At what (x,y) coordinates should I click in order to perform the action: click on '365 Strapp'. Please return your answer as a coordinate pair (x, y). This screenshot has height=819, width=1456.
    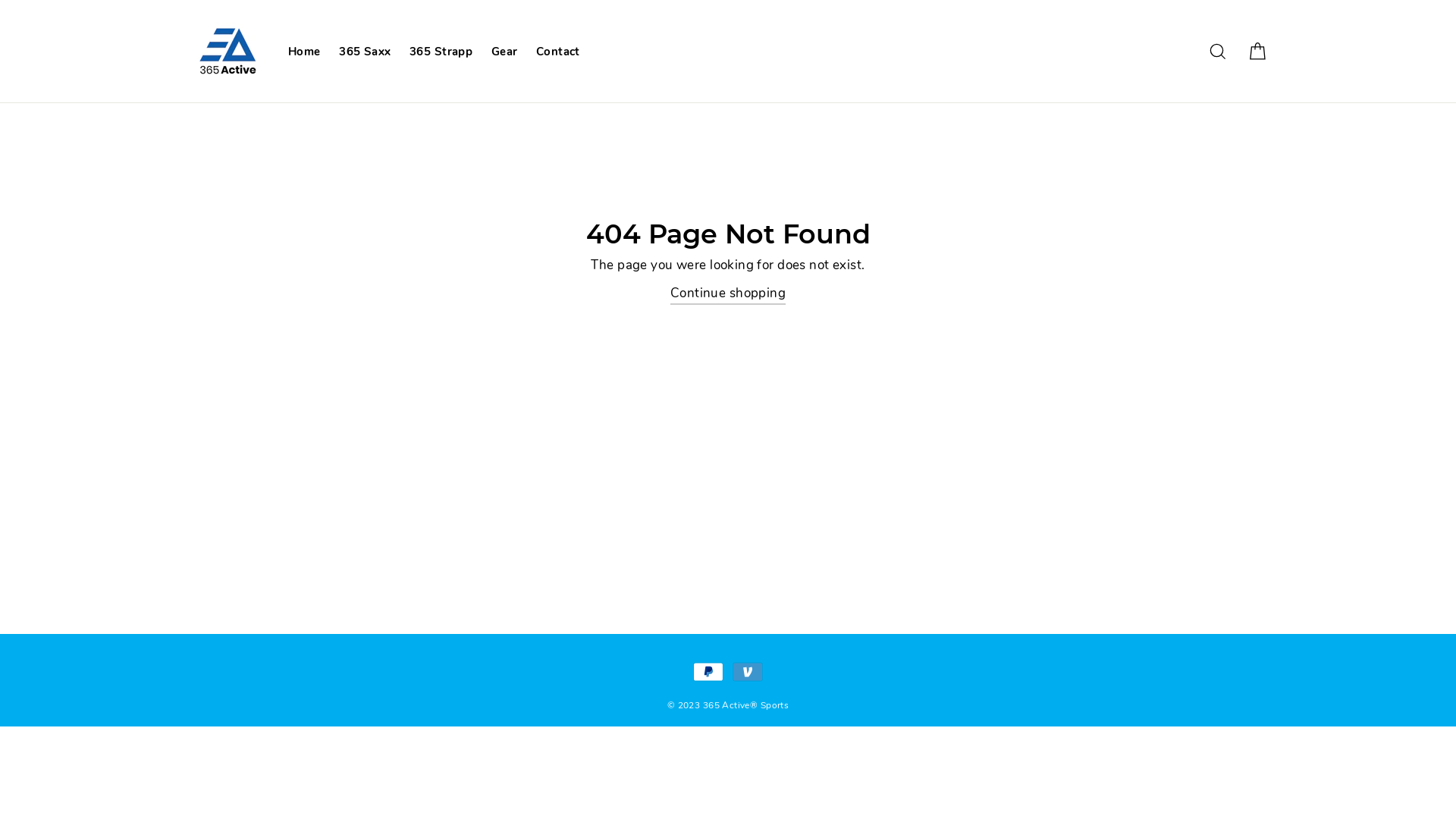
    Looking at the image, I should click on (440, 50).